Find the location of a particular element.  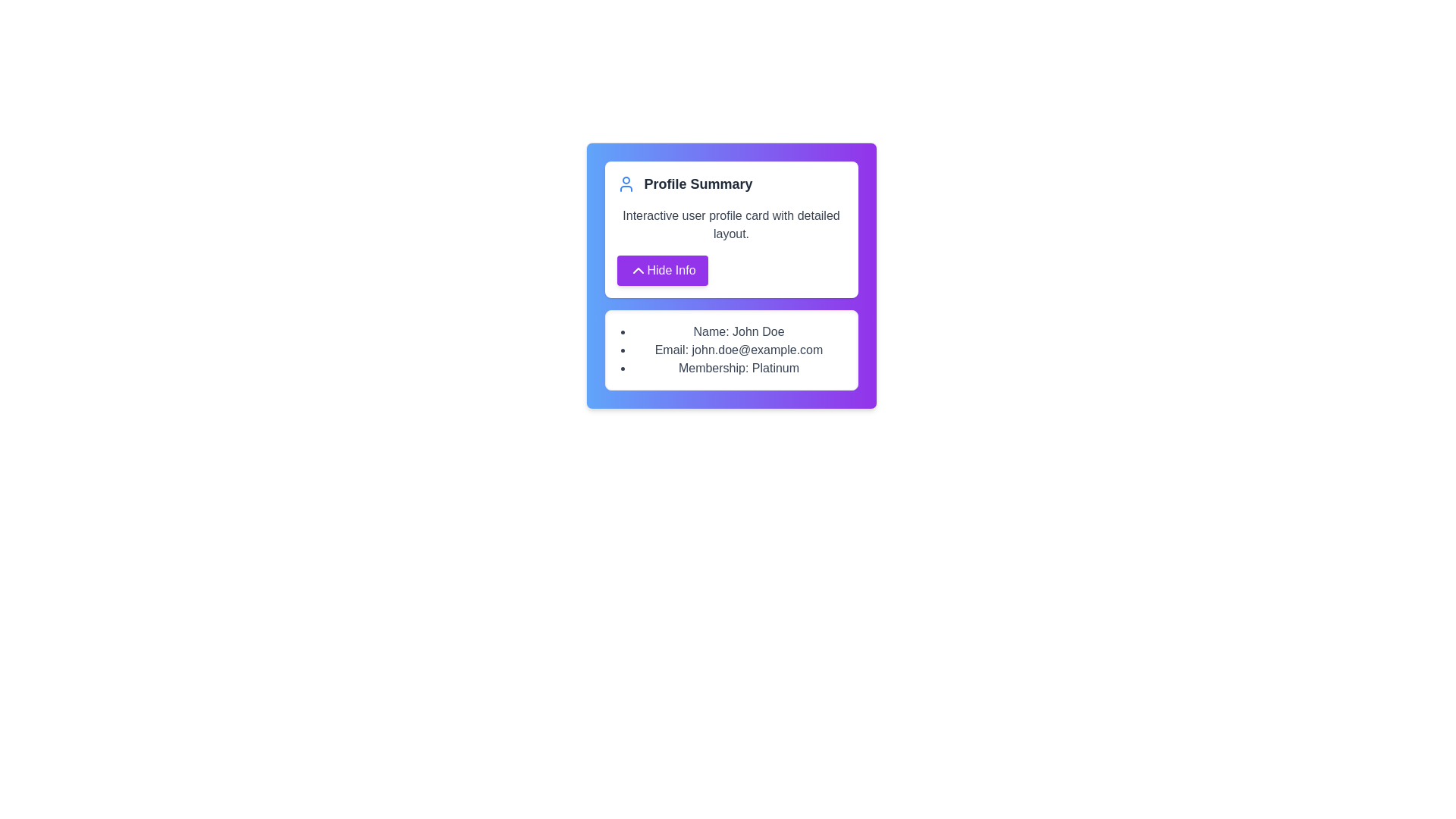

text element displaying 'Profile Summary', which is styled in a large bold font and positioned near the top-left of the user profile card interface is located at coordinates (698, 184).